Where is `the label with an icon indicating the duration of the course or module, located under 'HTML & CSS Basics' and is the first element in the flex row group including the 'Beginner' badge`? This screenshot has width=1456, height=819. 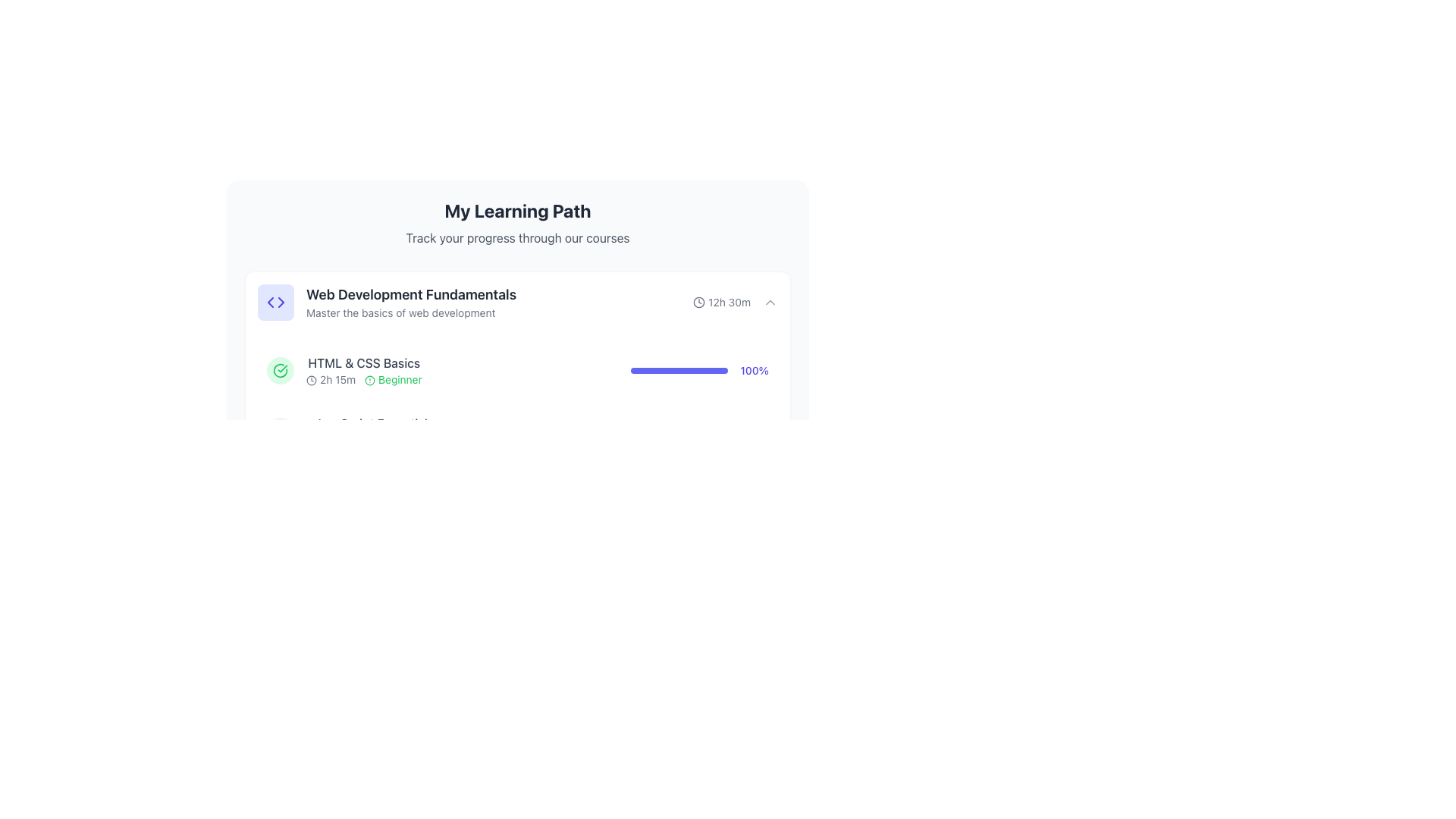 the label with an icon indicating the duration of the course or module, located under 'HTML & CSS Basics' and is the first element in the flex row group including the 'Beginner' badge is located at coordinates (330, 379).